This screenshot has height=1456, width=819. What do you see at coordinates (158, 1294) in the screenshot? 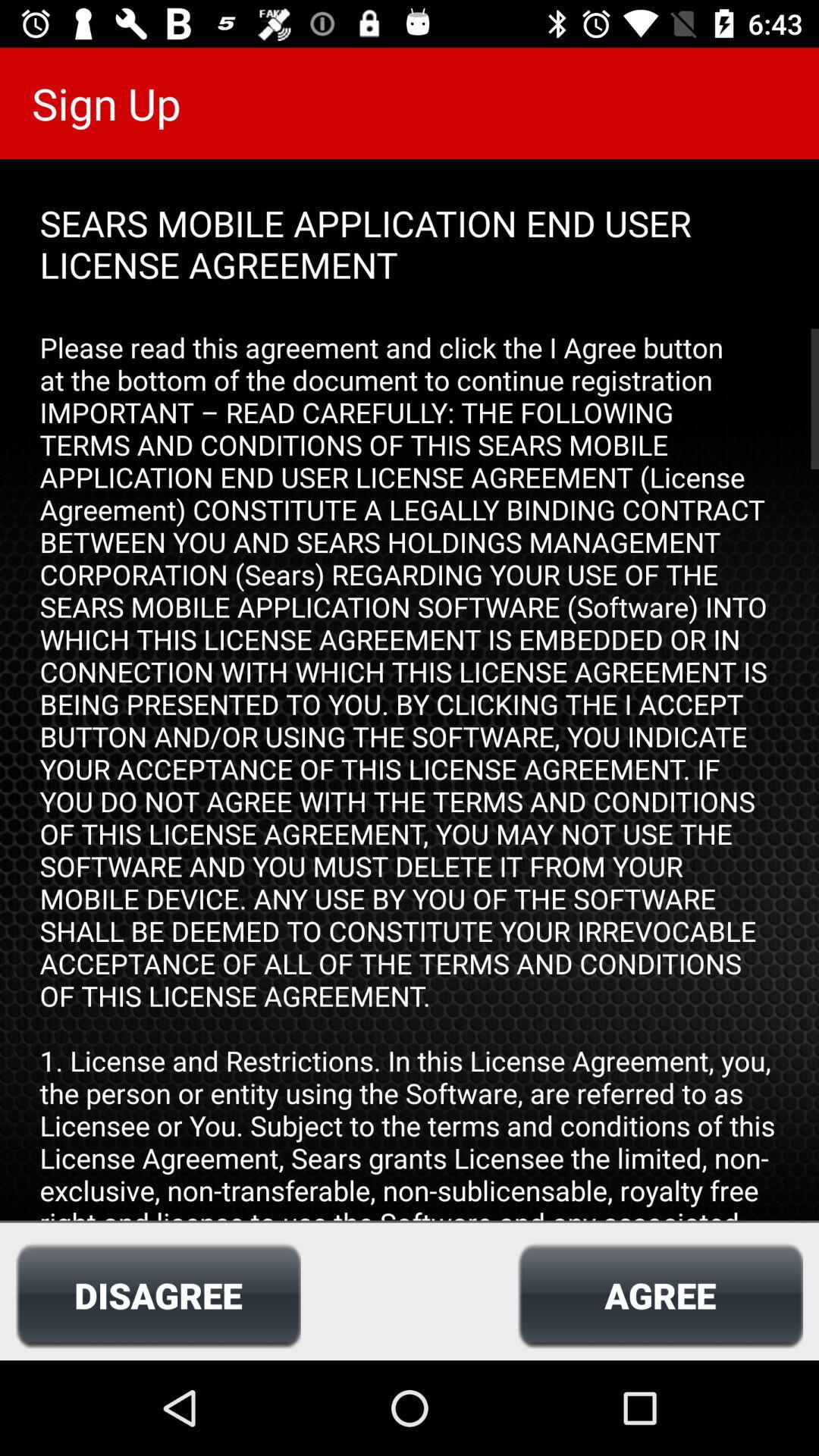
I see `icon at the bottom left corner` at bounding box center [158, 1294].